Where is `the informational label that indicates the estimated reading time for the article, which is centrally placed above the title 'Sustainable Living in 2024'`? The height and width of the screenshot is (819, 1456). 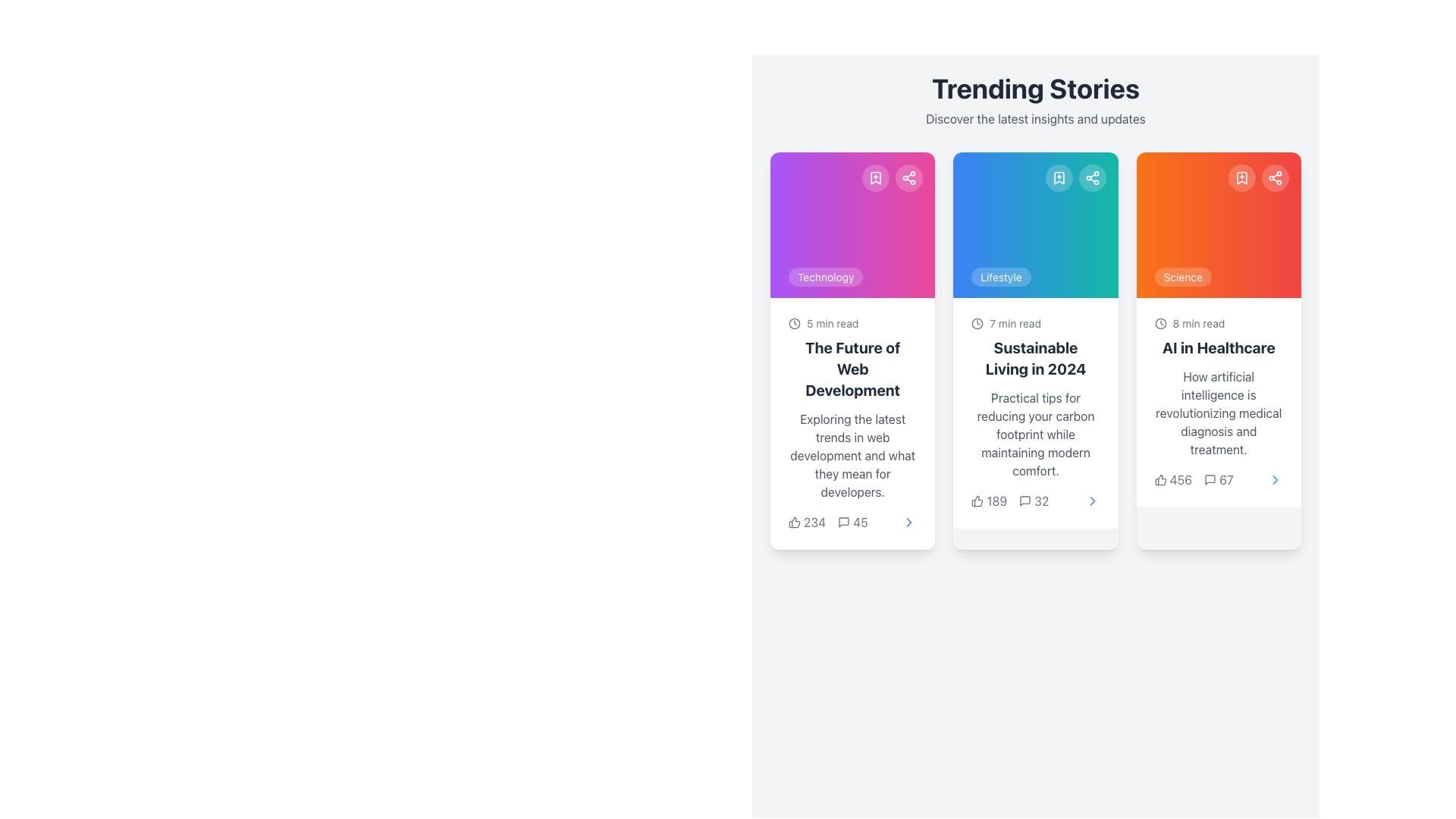 the informational label that indicates the estimated reading time for the article, which is centrally placed above the title 'Sustainable Living in 2024' is located at coordinates (1035, 323).